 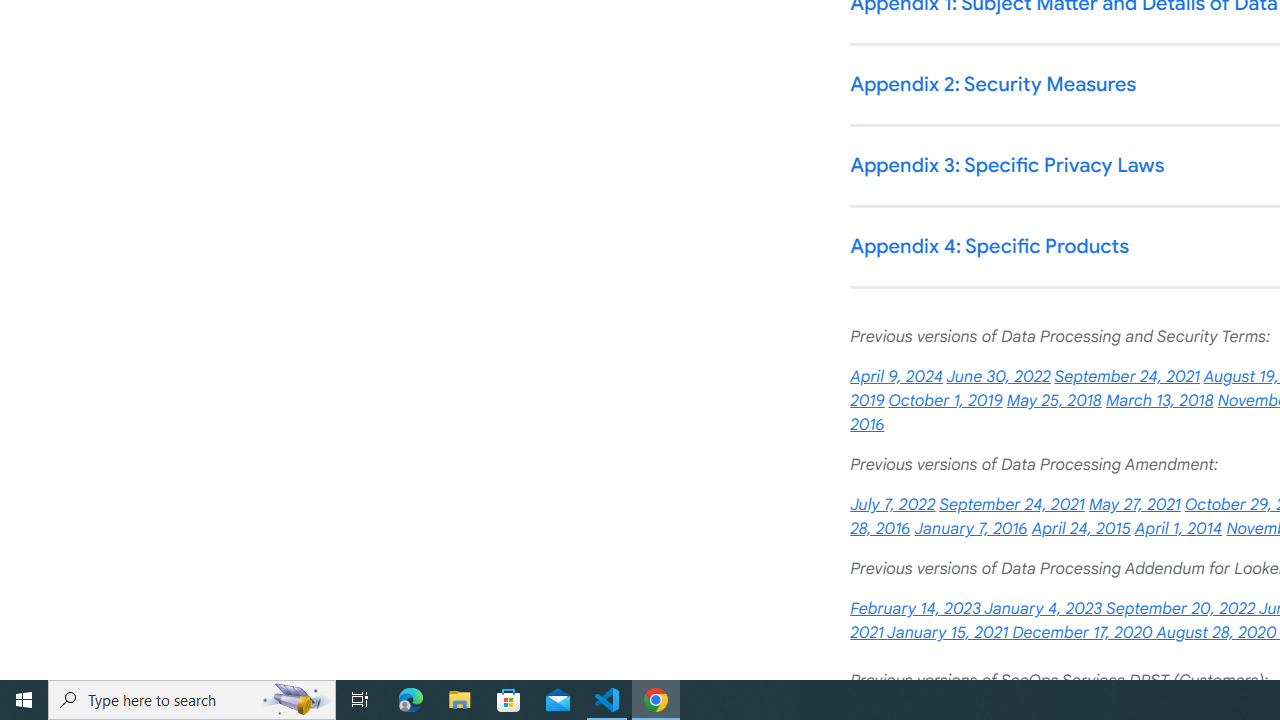 What do you see at coordinates (1159, 401) in the screenshot?
I see `'March 13, 2018'` at bounding box center [1159, 401].